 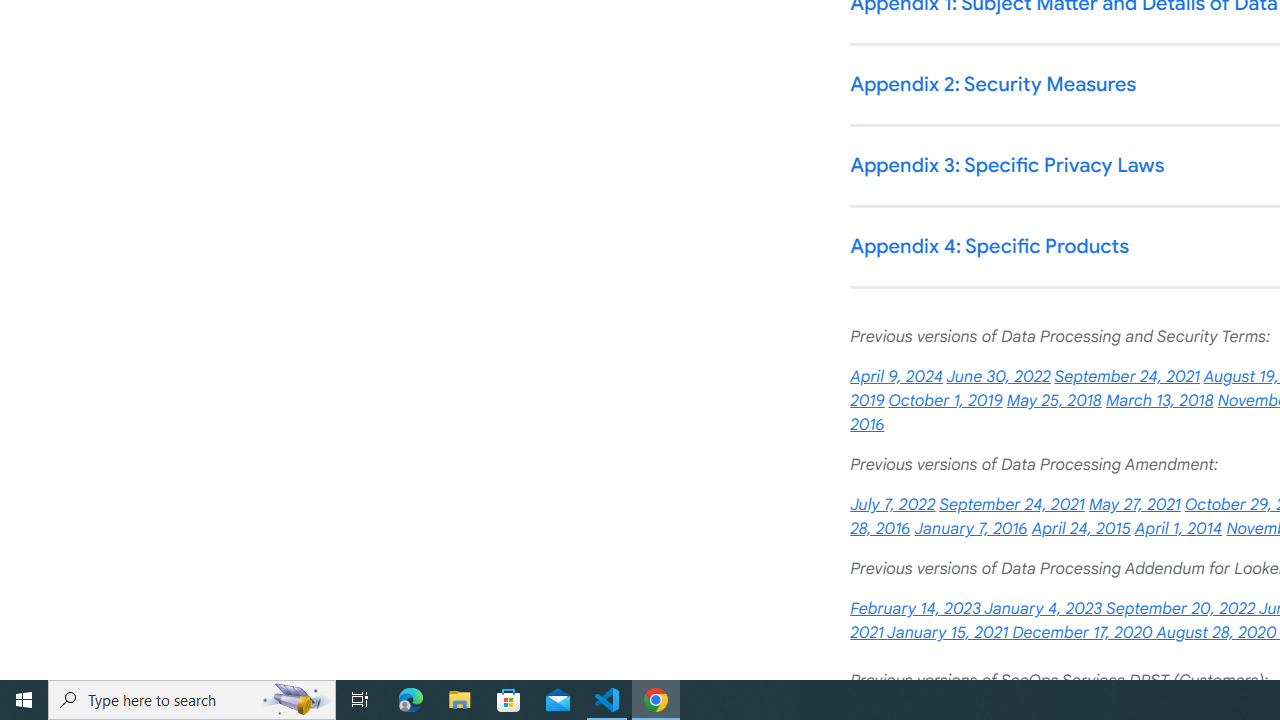 What do you see at coordinates (1159, 401) in the screenshot?
I see `'March 13, 2018'` at bounding box center [1159, 401].